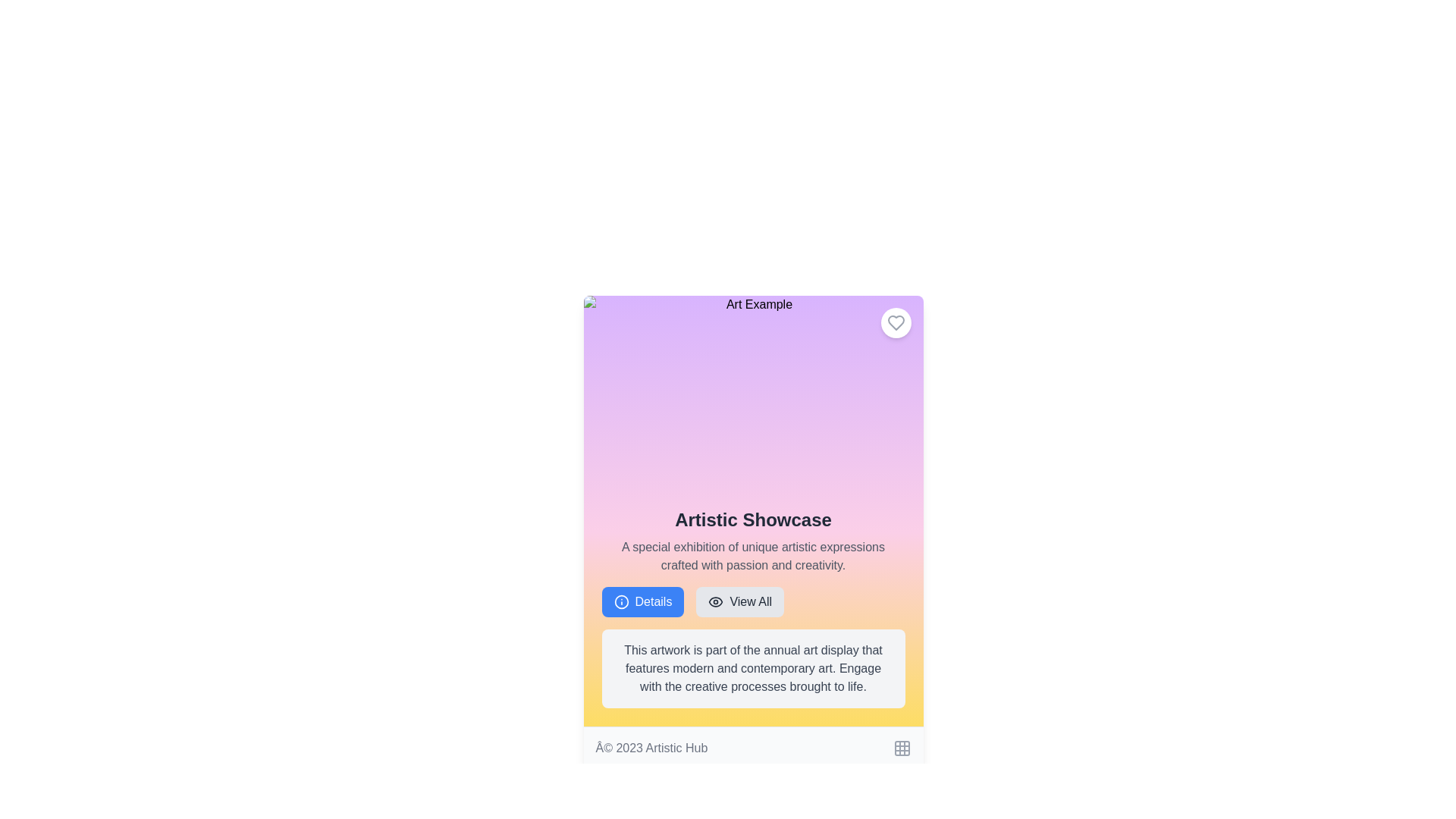 This screenshot has height=819, width=1456. What do you see at coordinates (621, 601) in the screenshot?
I see `the information icon within the blue 'Details' button` at bounding box center [621, 601].